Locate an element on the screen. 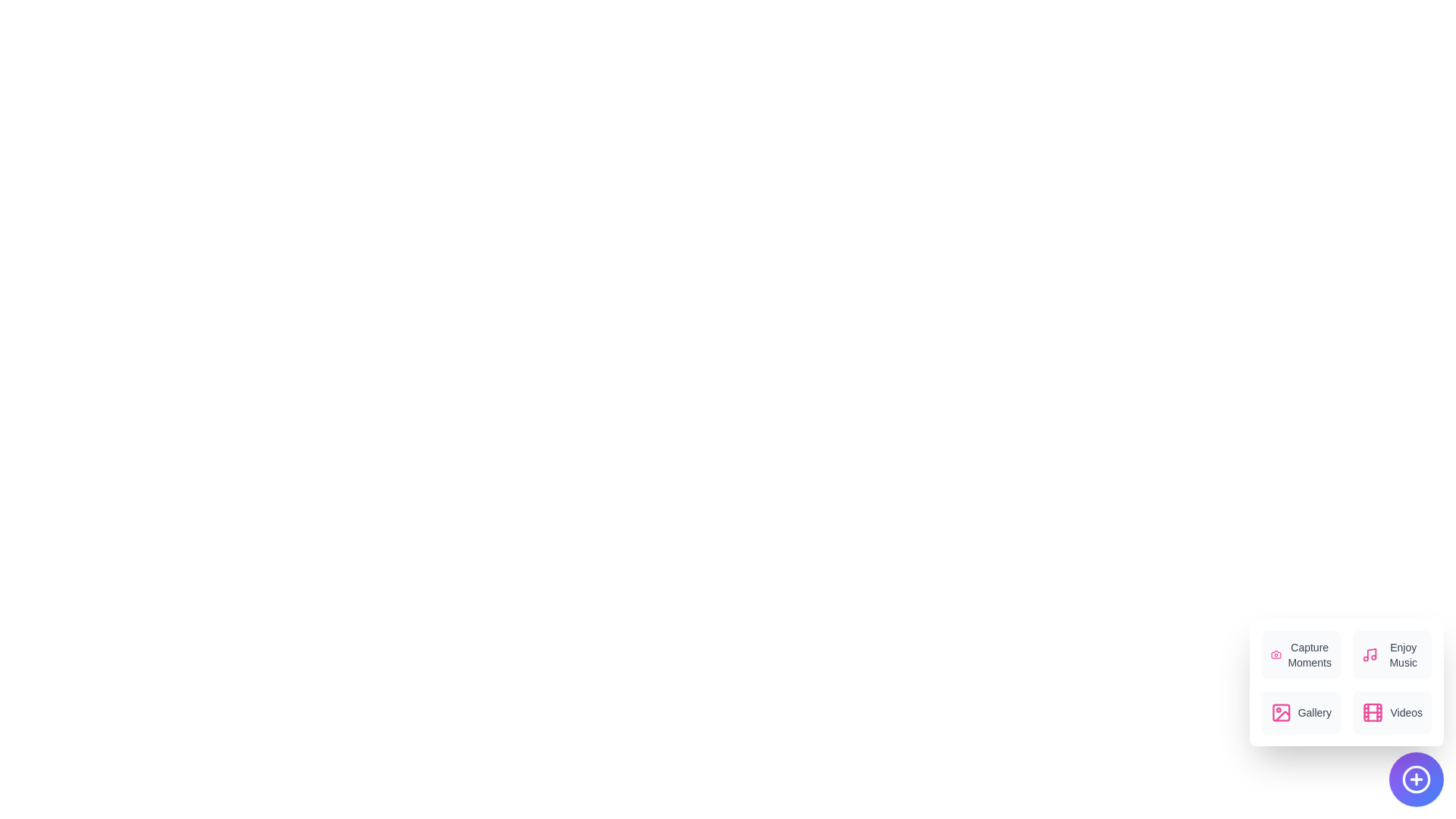 The width and height of the screenshot is (1456, 819). the menu item labeled 'Videos' to observe its hover effect is located at coordinates (1392, 713).